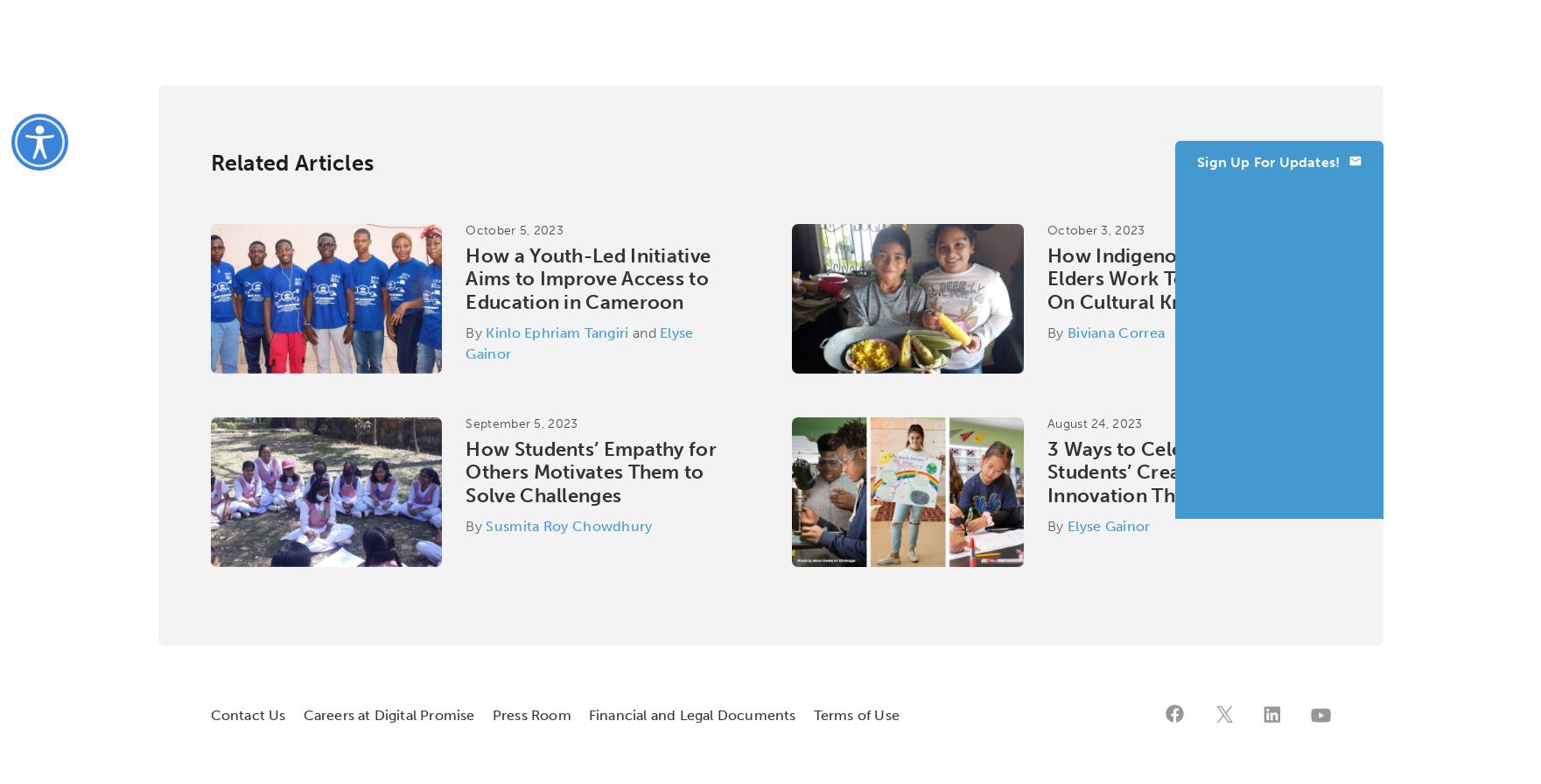 The width and height of the screenshot is (1541, 784). Describe the element at coordinates (1196, 162) in the screenshot. I see `'Sign Up For Updates!'` at that location.